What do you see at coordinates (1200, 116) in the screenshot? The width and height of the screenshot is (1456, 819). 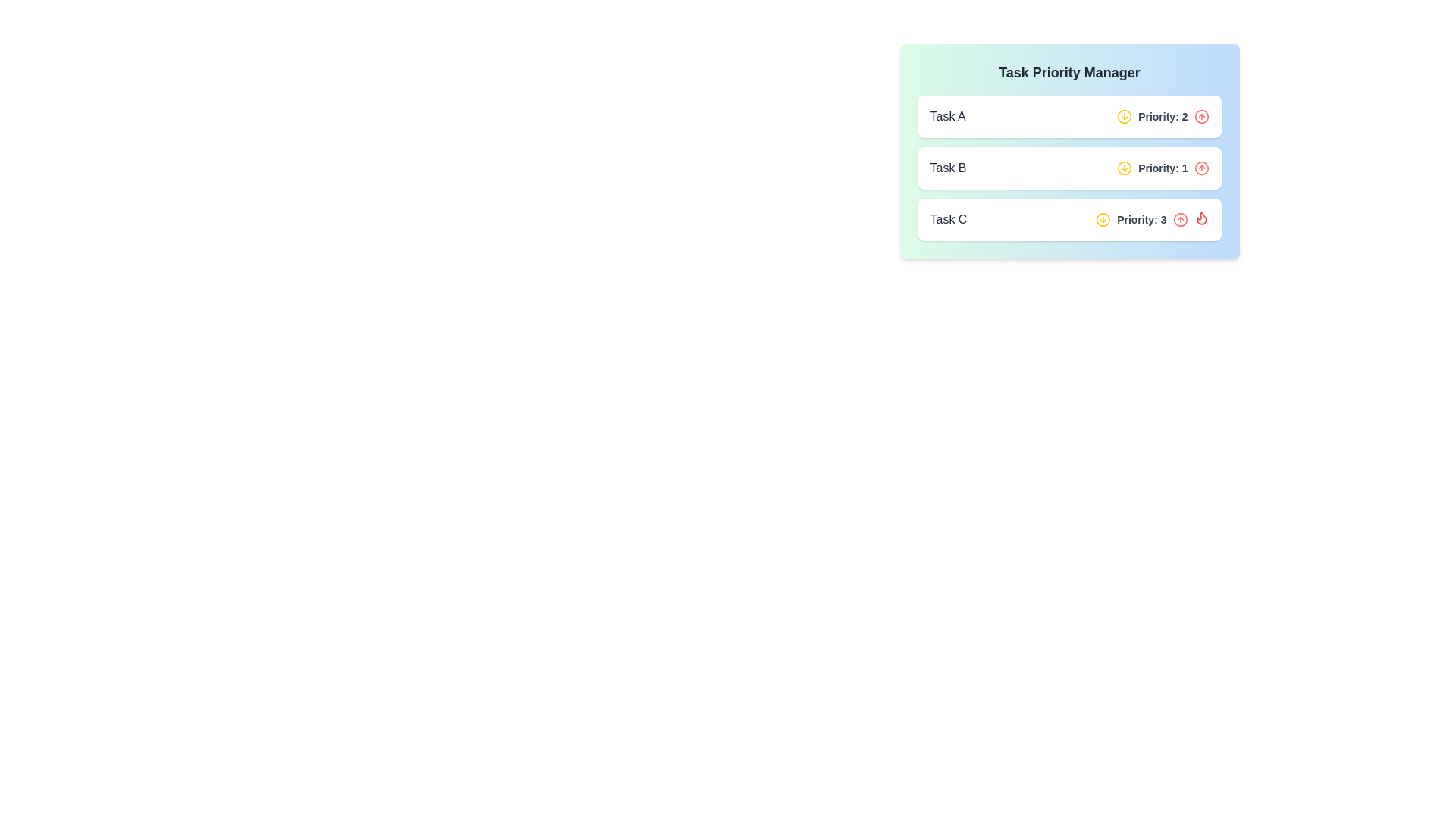 I see `the circular graphical shape that is part of the upward action icon located to the far-right of the 'Priority: 2' indicator for 'Task A'` at bounding box center [1200, 116].